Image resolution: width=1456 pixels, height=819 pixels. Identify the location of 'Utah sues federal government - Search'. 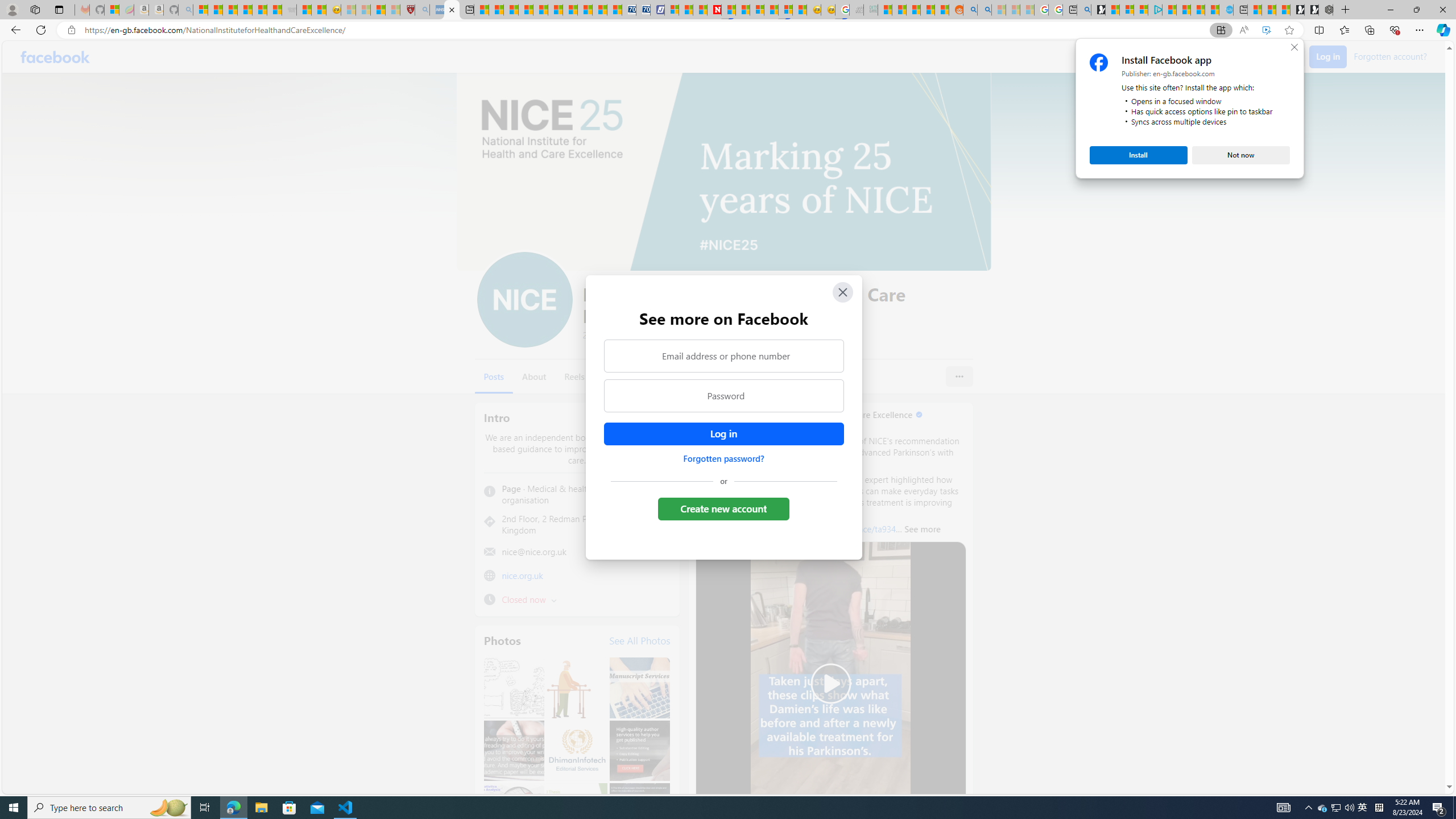
(983, 9).